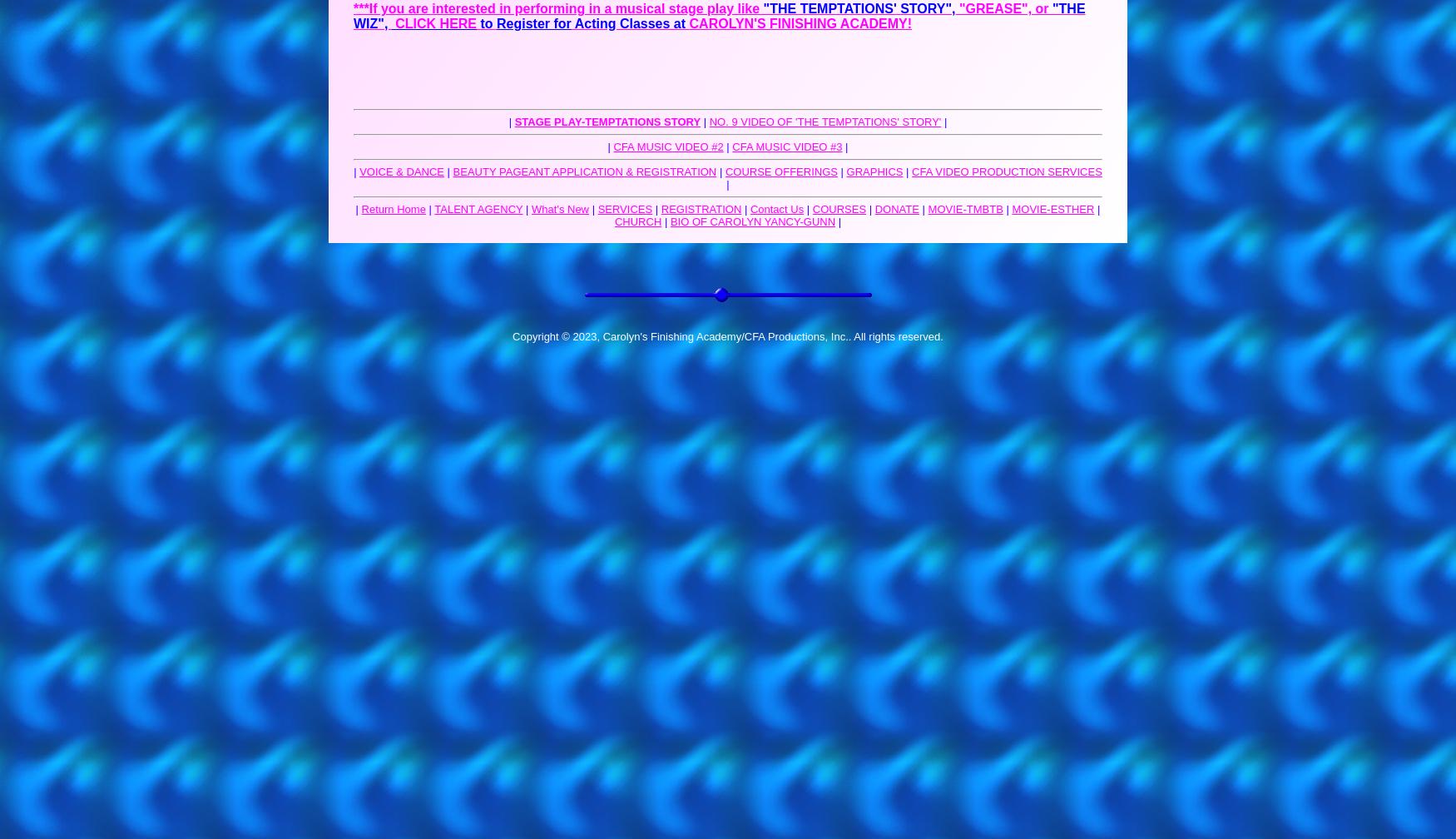 The height and width of the screenshot is (839, 1456). Describe the element at coordinates (487, 23) in the screenshot. I see `'to'` at that location.